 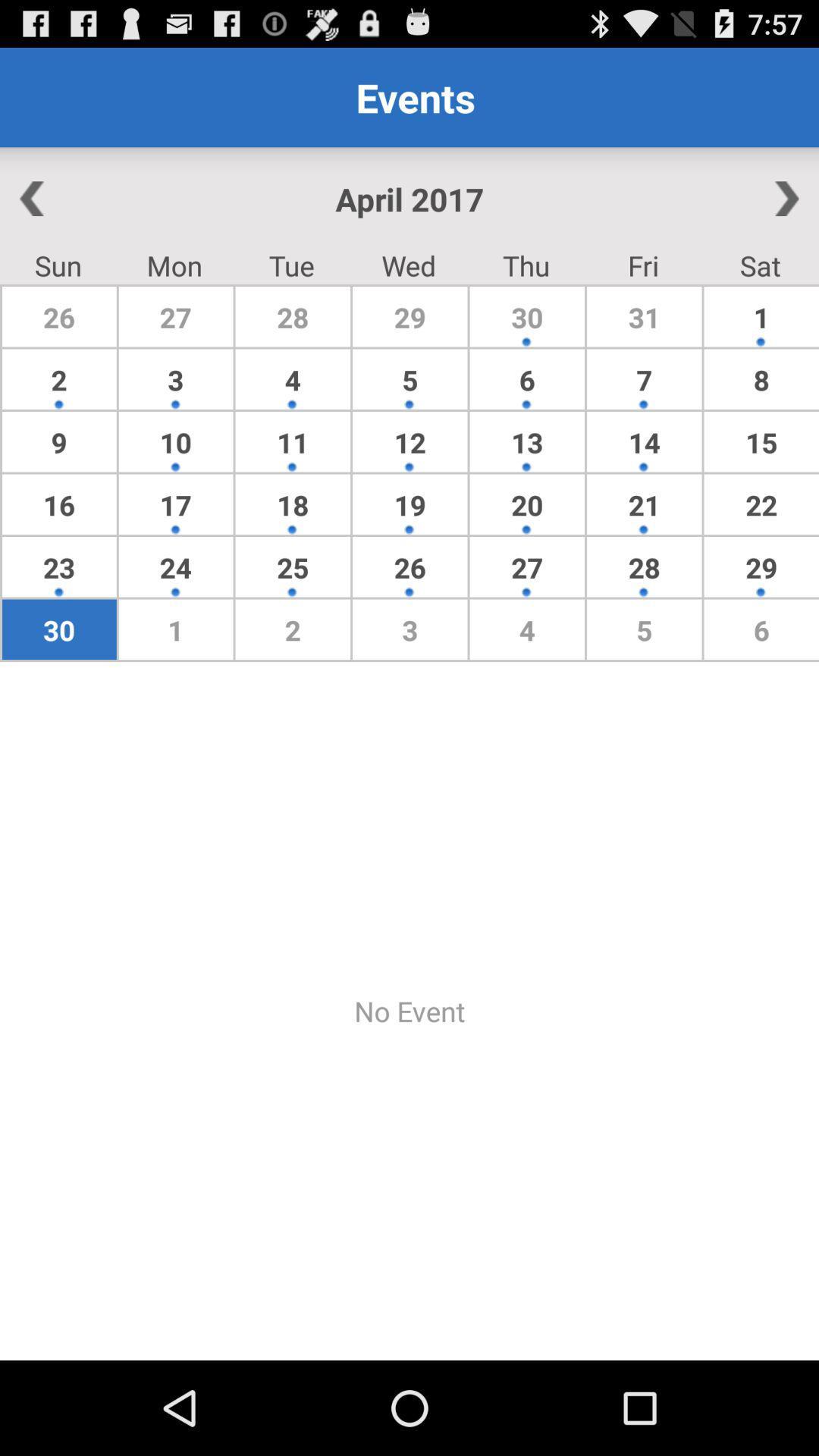 What do you see at coordinates (644, 379) in the screenshot?
I see `the app to the right of 30 item` at bounding box center [644, 379].